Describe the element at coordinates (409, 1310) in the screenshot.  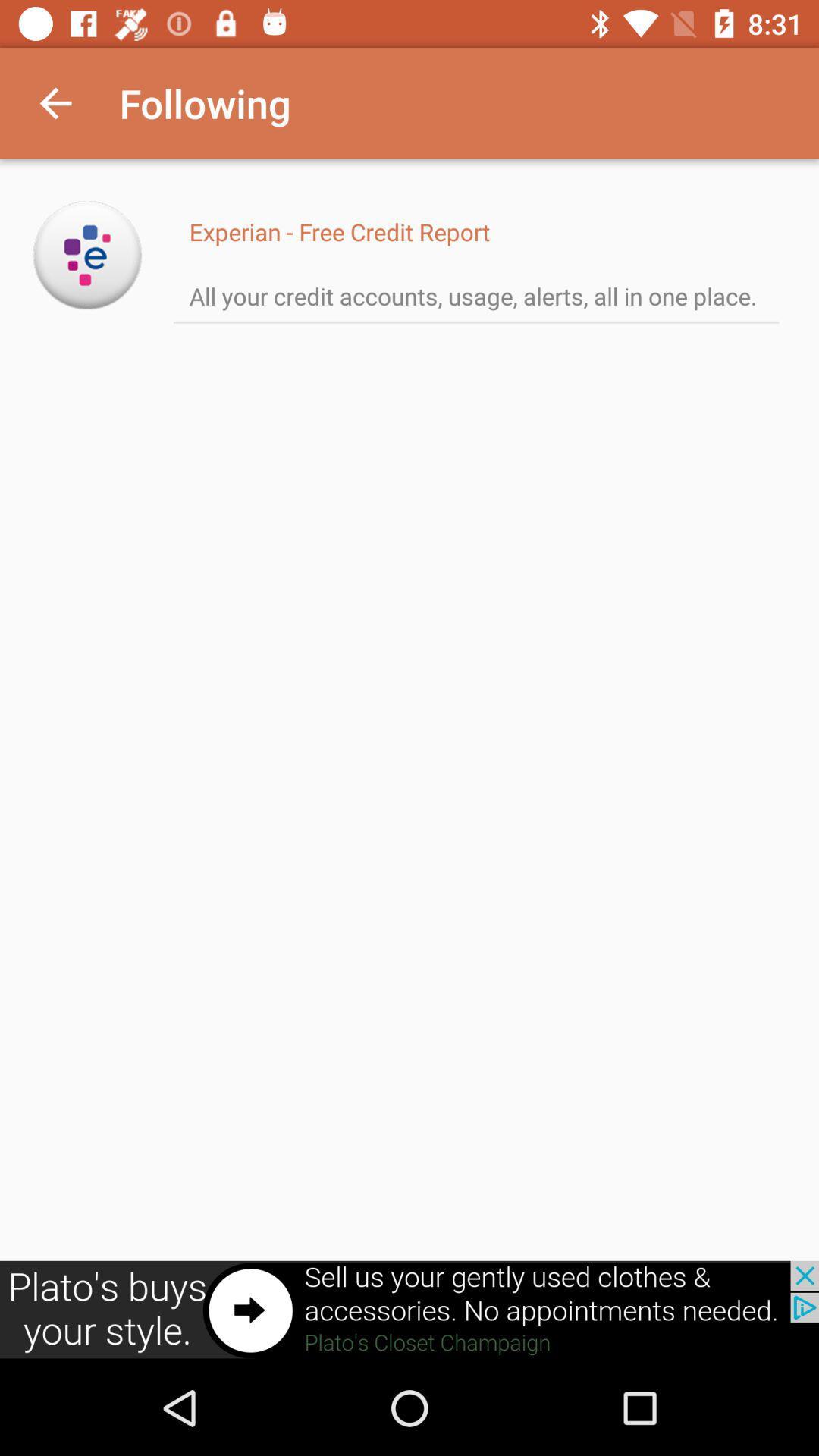
I see `click the advertisement` at that location.